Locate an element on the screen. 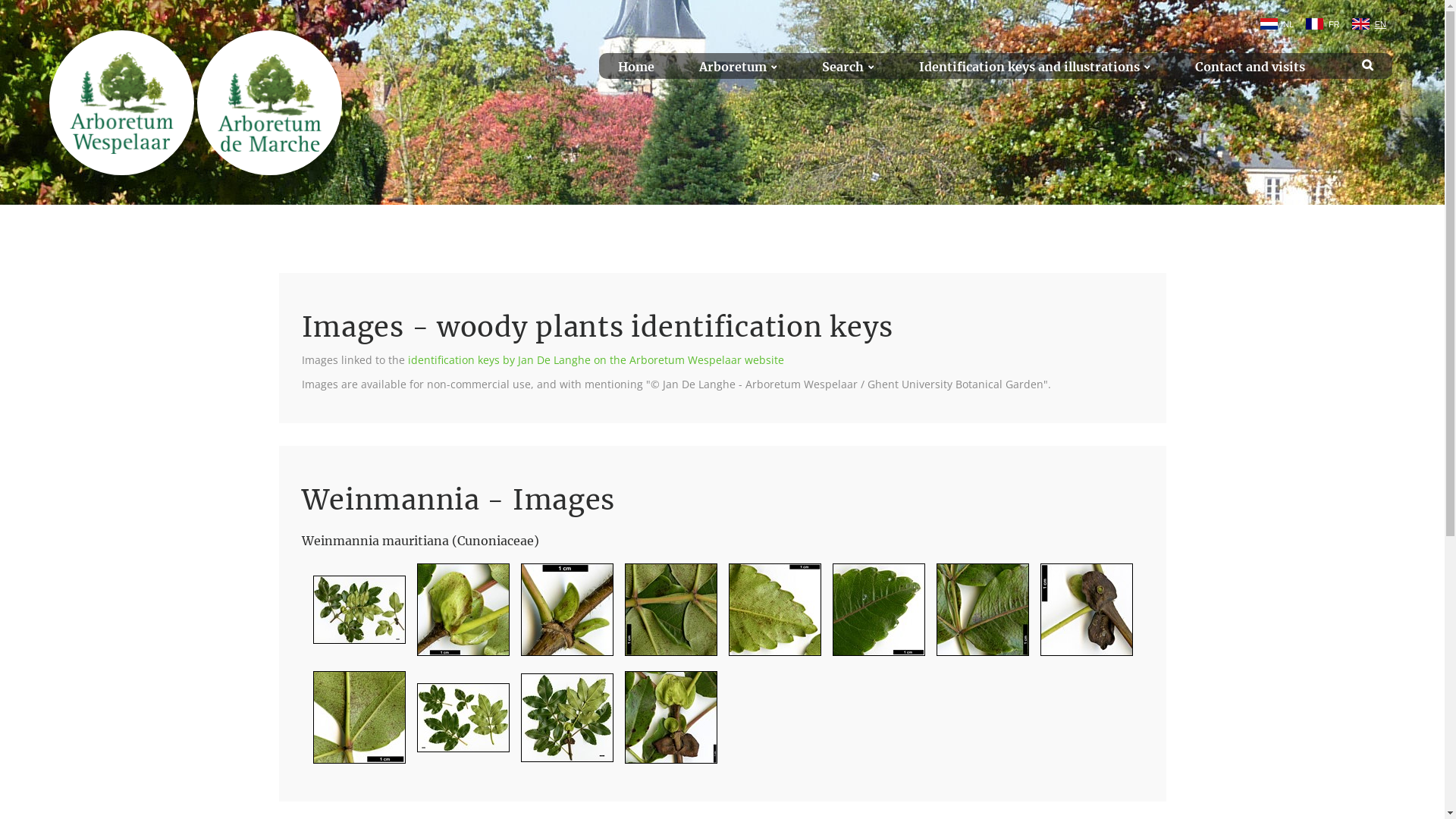 This screenshot has width=1456, height=819. 'EN' is located at coordinates (1351, 24).